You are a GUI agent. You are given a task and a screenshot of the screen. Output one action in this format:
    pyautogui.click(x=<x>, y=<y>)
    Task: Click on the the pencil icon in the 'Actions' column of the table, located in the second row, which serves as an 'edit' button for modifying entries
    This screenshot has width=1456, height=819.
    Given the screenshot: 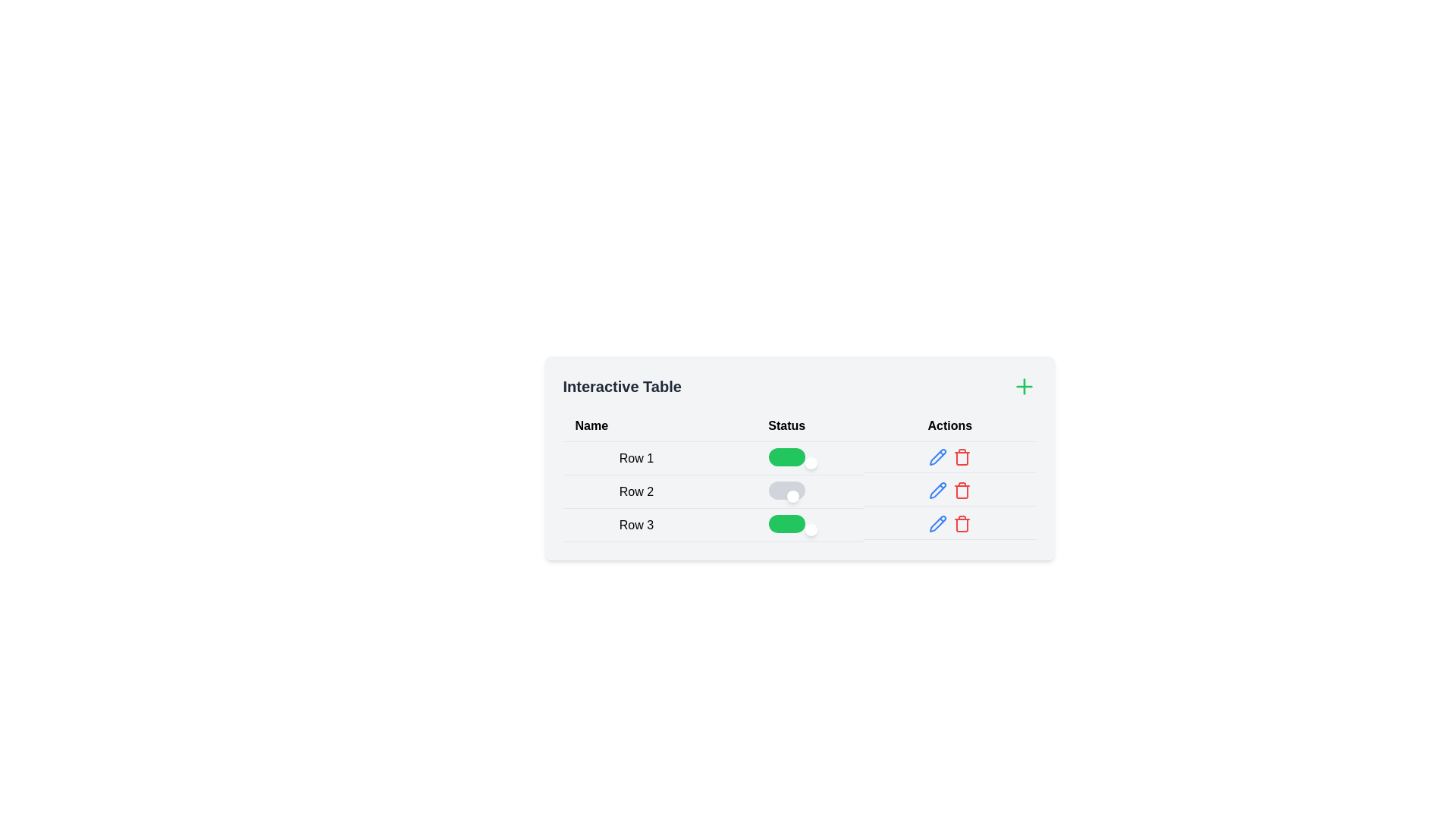 What is the action you would take?
    pyautogui.click(x=937, y=456)
    